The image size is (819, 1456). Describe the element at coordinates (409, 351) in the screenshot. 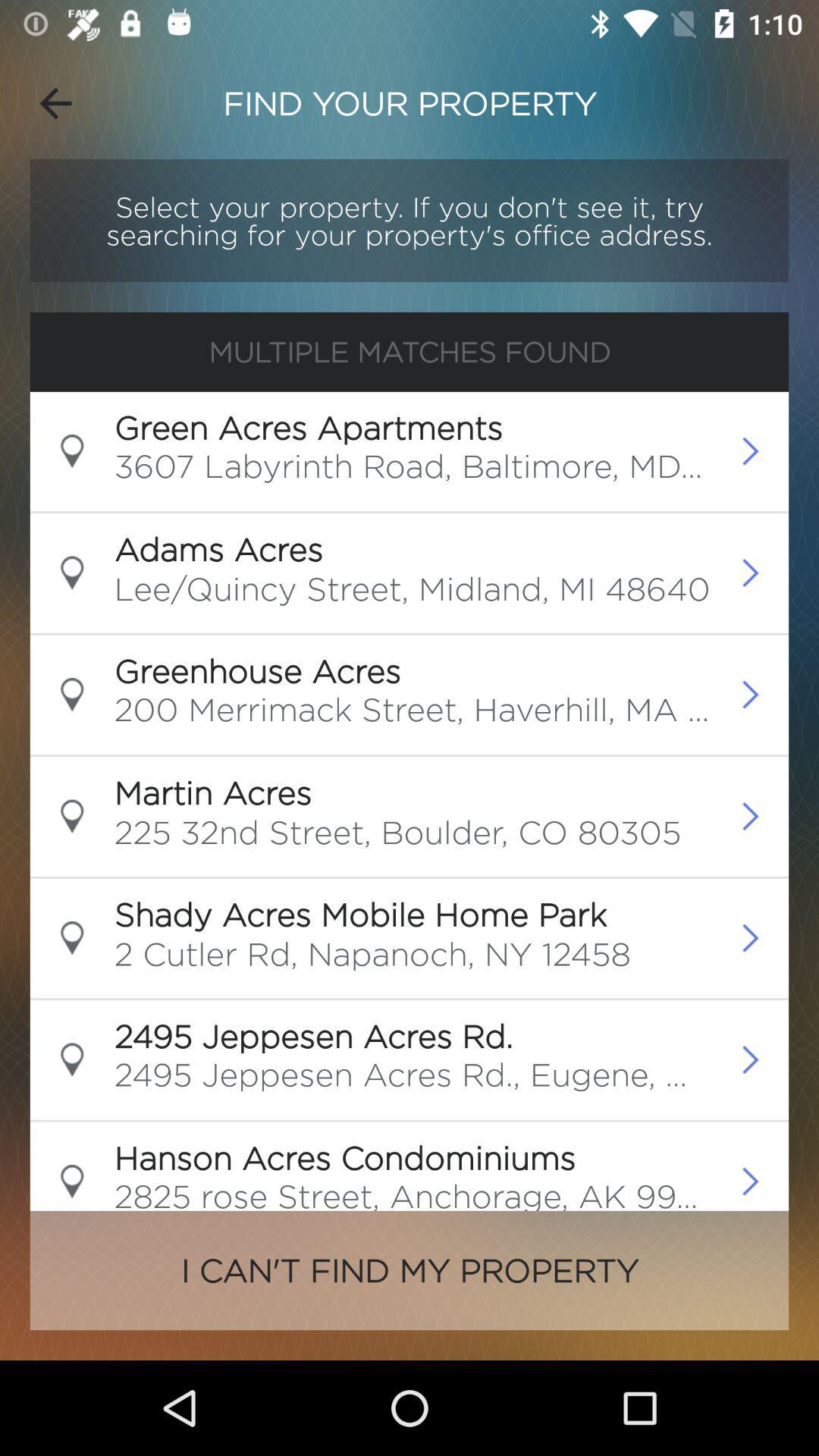

I see `the multiple matches found button` at that location.